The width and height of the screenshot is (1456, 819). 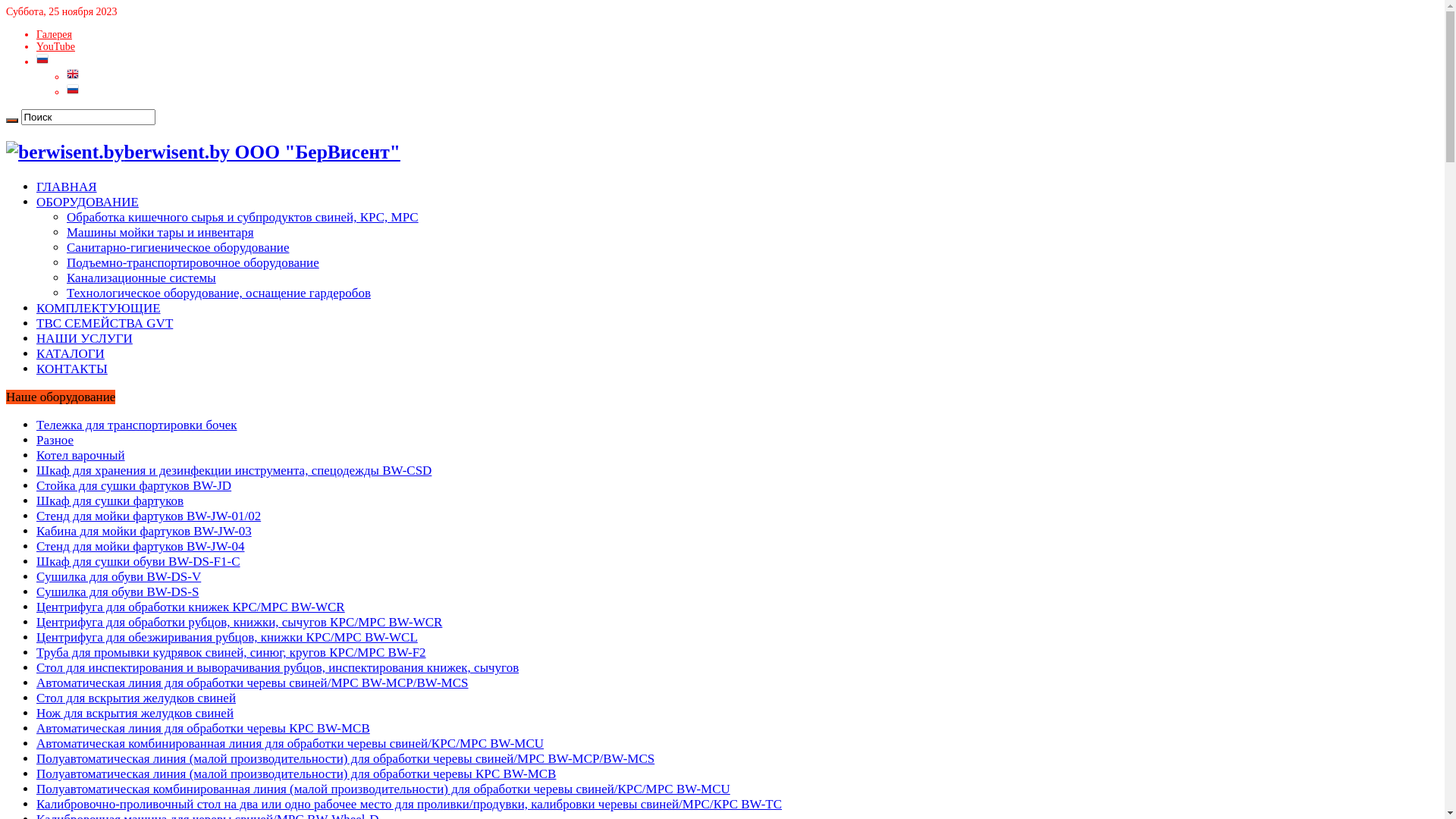 What do you see at coordinates (55, 45) in the screenshot?
I see `'YouTube'` at bounding box center [55, 45].